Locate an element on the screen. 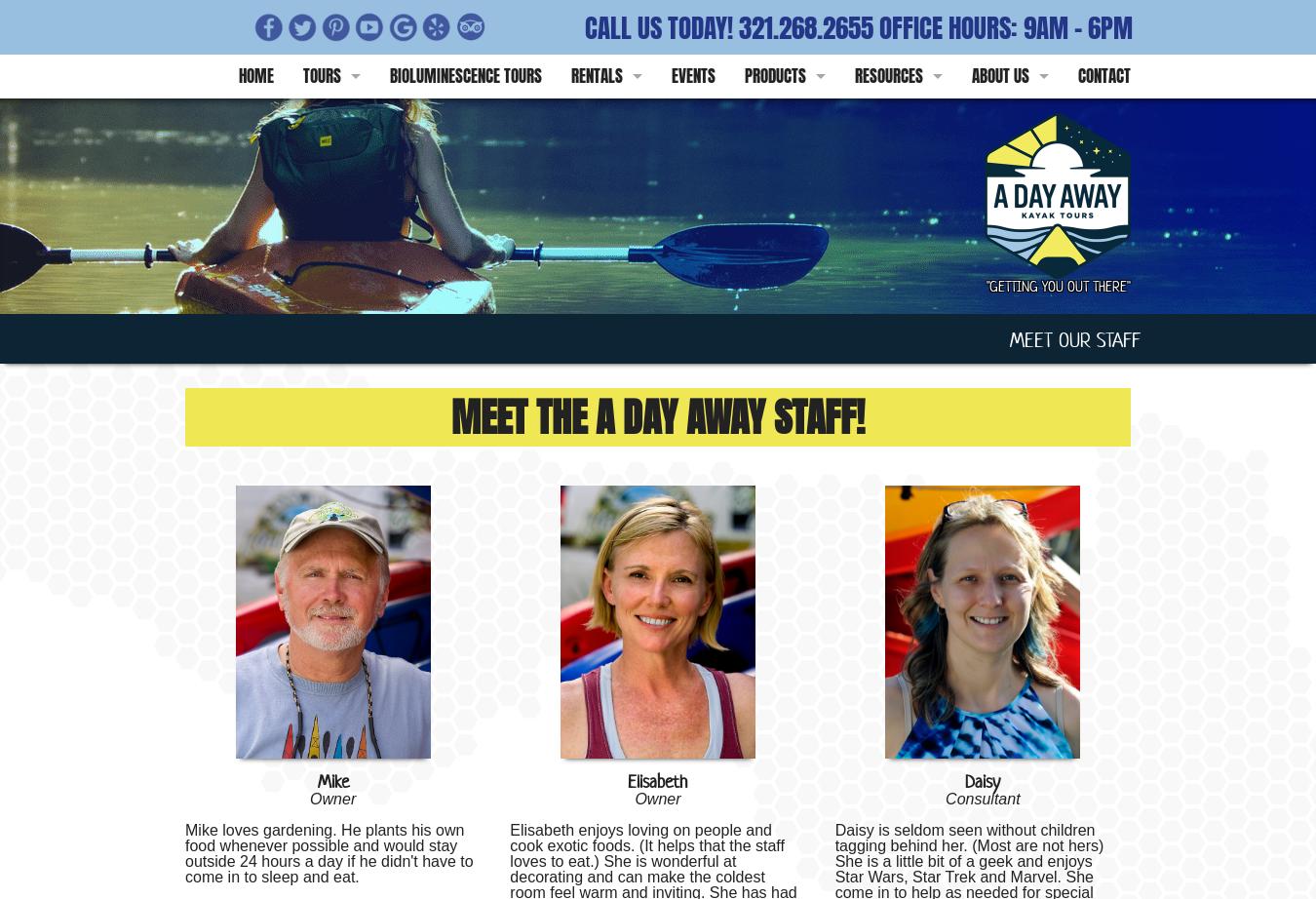 The image size is (1316, 899). 'Mike' is located at coordinates (332, 780).